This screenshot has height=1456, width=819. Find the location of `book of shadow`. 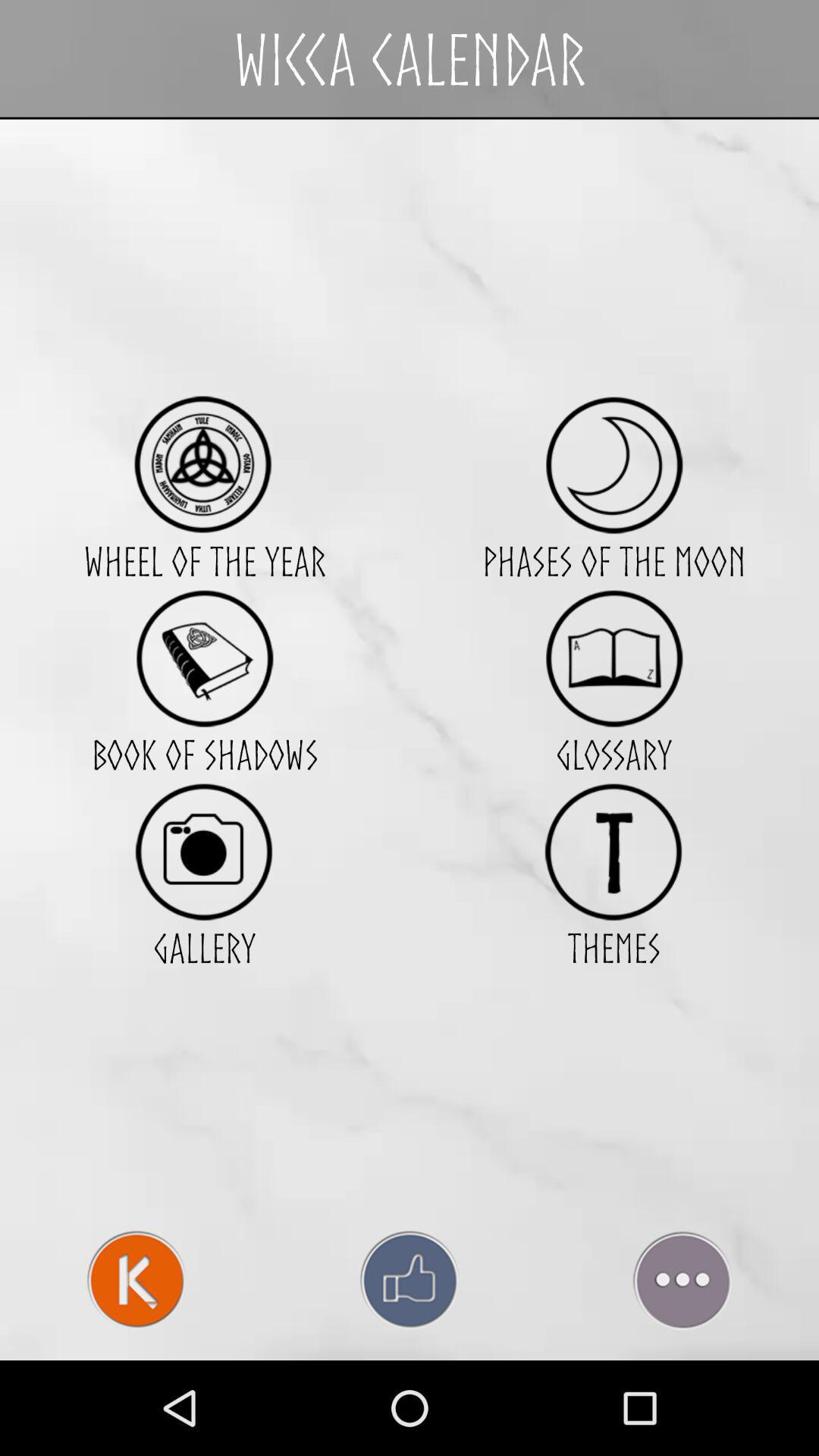

book of shadow is located at coordinates (203, 658).